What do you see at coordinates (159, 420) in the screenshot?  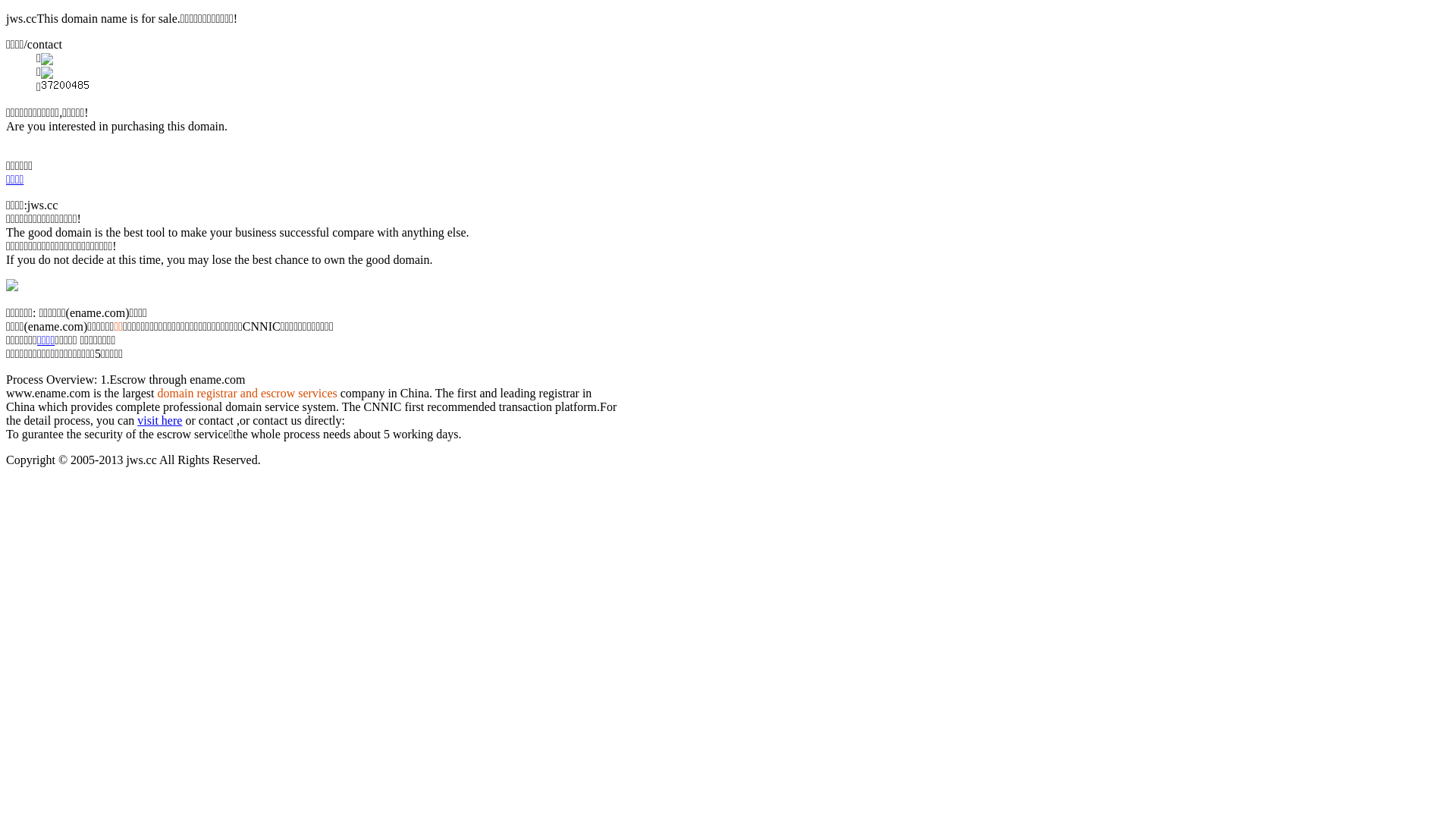 I see `'visit here'` at bounding box center [159, 420].